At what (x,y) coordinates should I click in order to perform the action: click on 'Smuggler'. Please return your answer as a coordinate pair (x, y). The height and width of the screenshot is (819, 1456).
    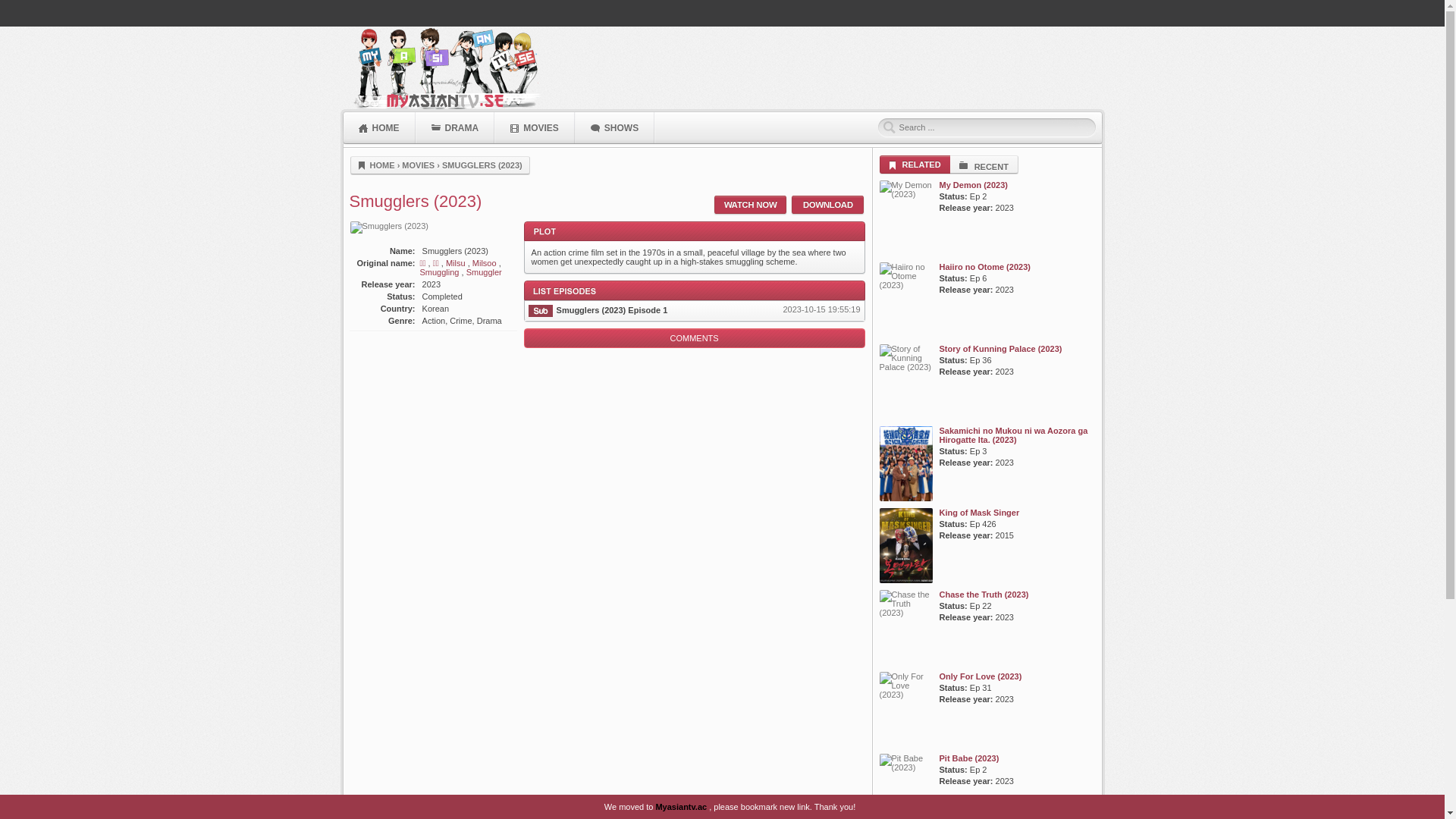
    Looking at the image, I should click on (465, 271).